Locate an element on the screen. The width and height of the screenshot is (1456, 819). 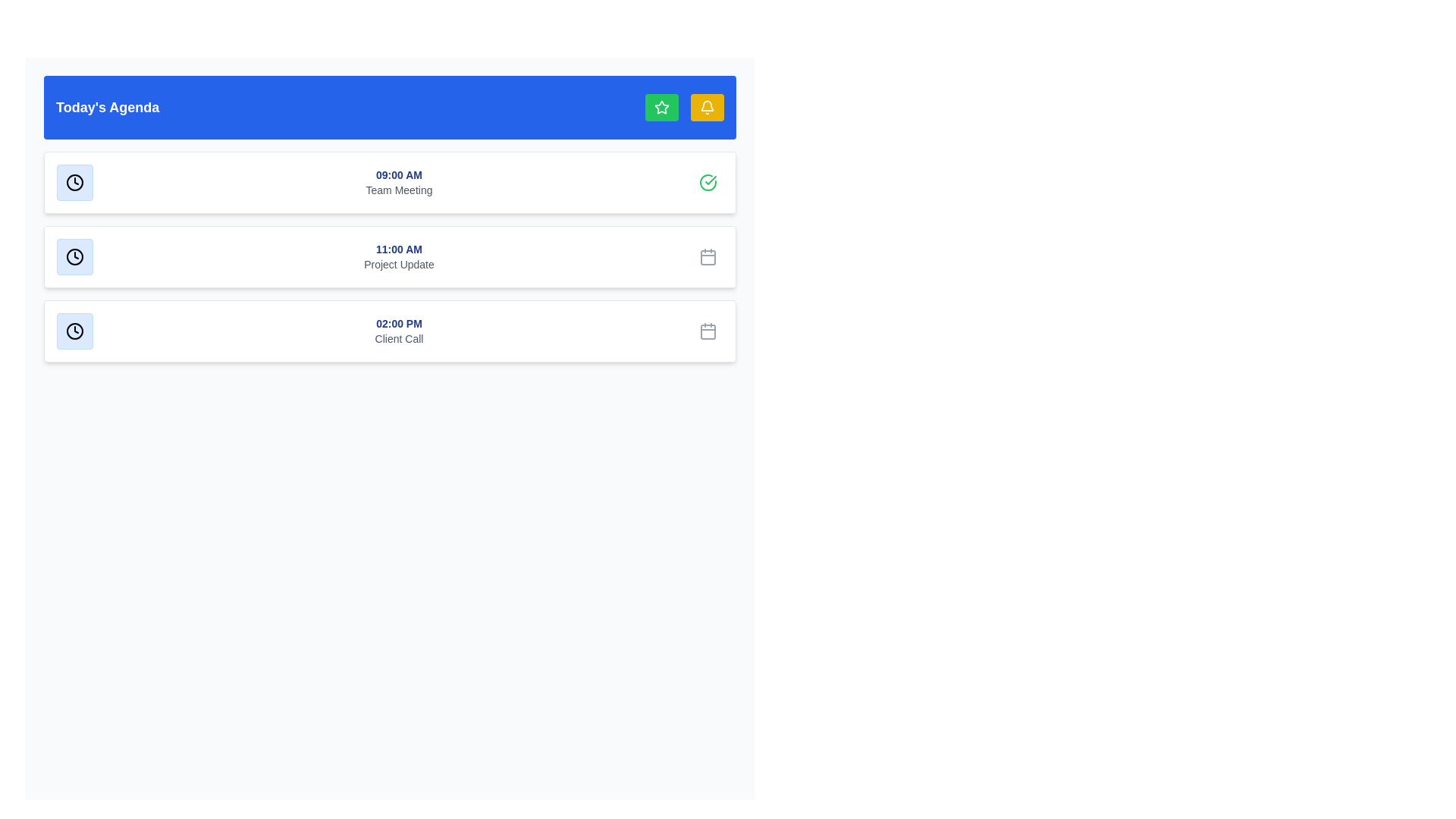
the green button with a star icon outlined in white, located at the leftmost position of the horizontal blue bar at the top of the interface is located at coordinates (662, 107).